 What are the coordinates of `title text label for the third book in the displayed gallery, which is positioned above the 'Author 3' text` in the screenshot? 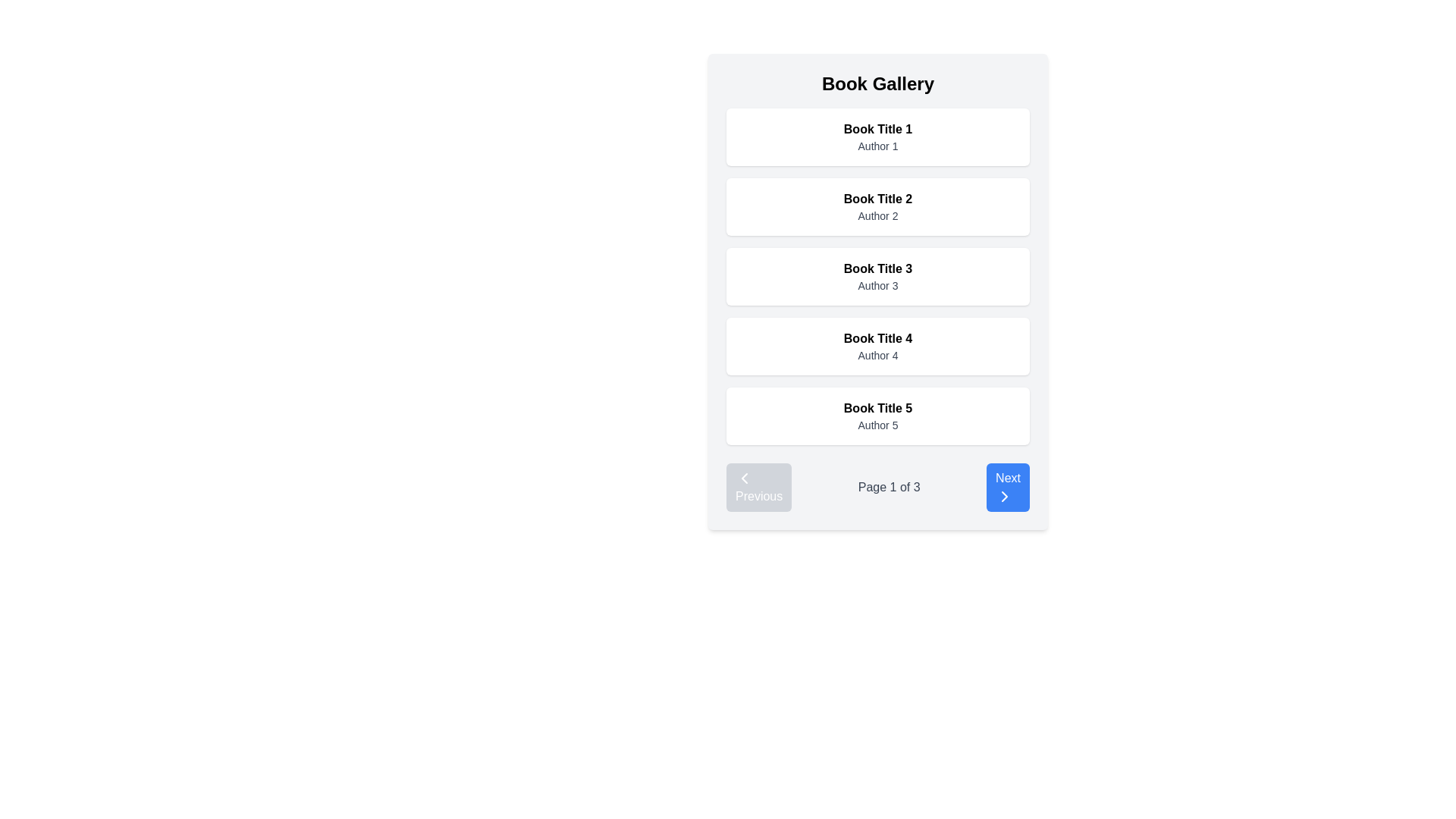 It's located at (877, 268).